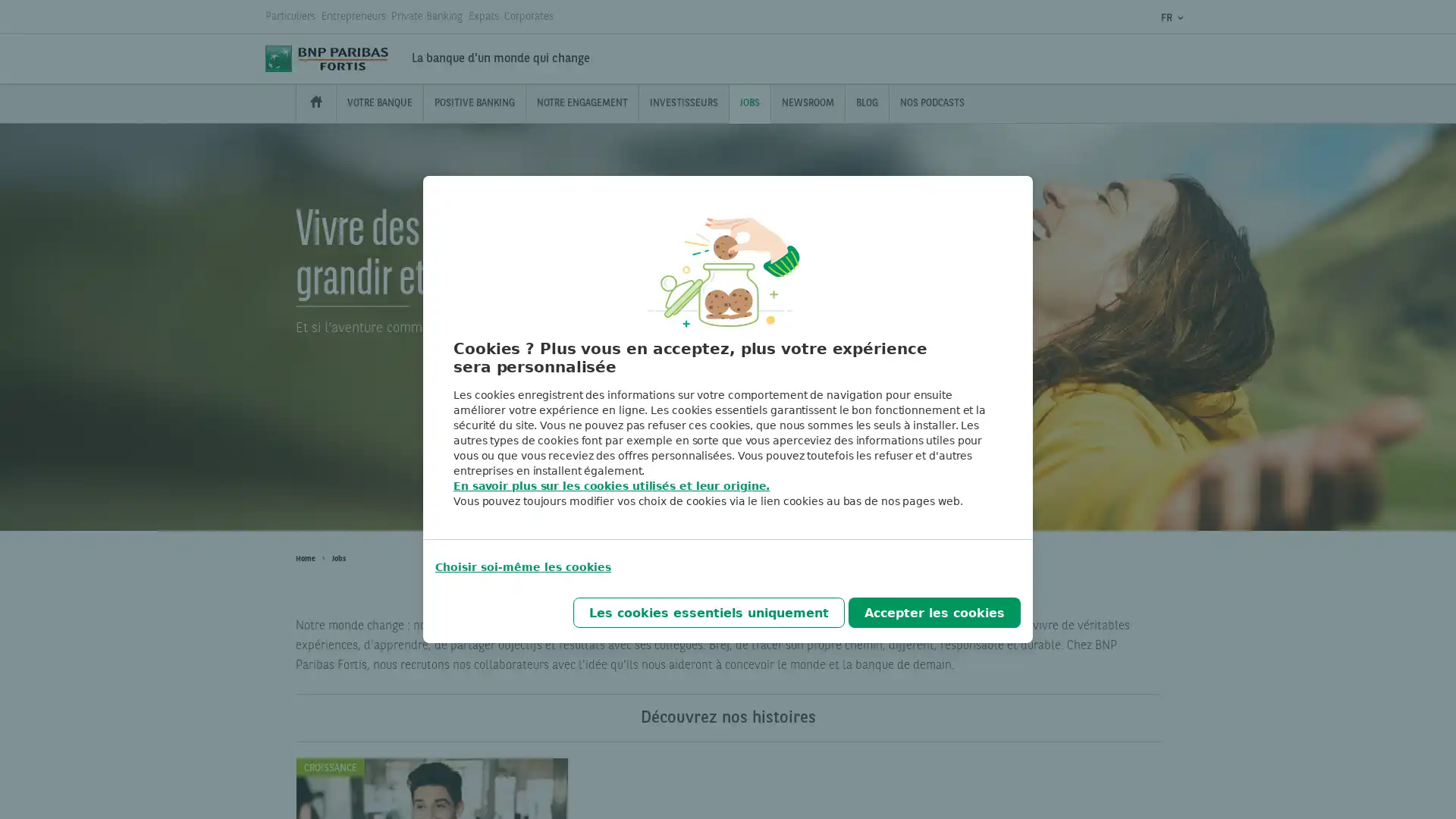 The height and width of the screenshot is (819, 1456). Describe the element at coordinates (210, 37) in the screenshot. I see `Chercher` at that location.